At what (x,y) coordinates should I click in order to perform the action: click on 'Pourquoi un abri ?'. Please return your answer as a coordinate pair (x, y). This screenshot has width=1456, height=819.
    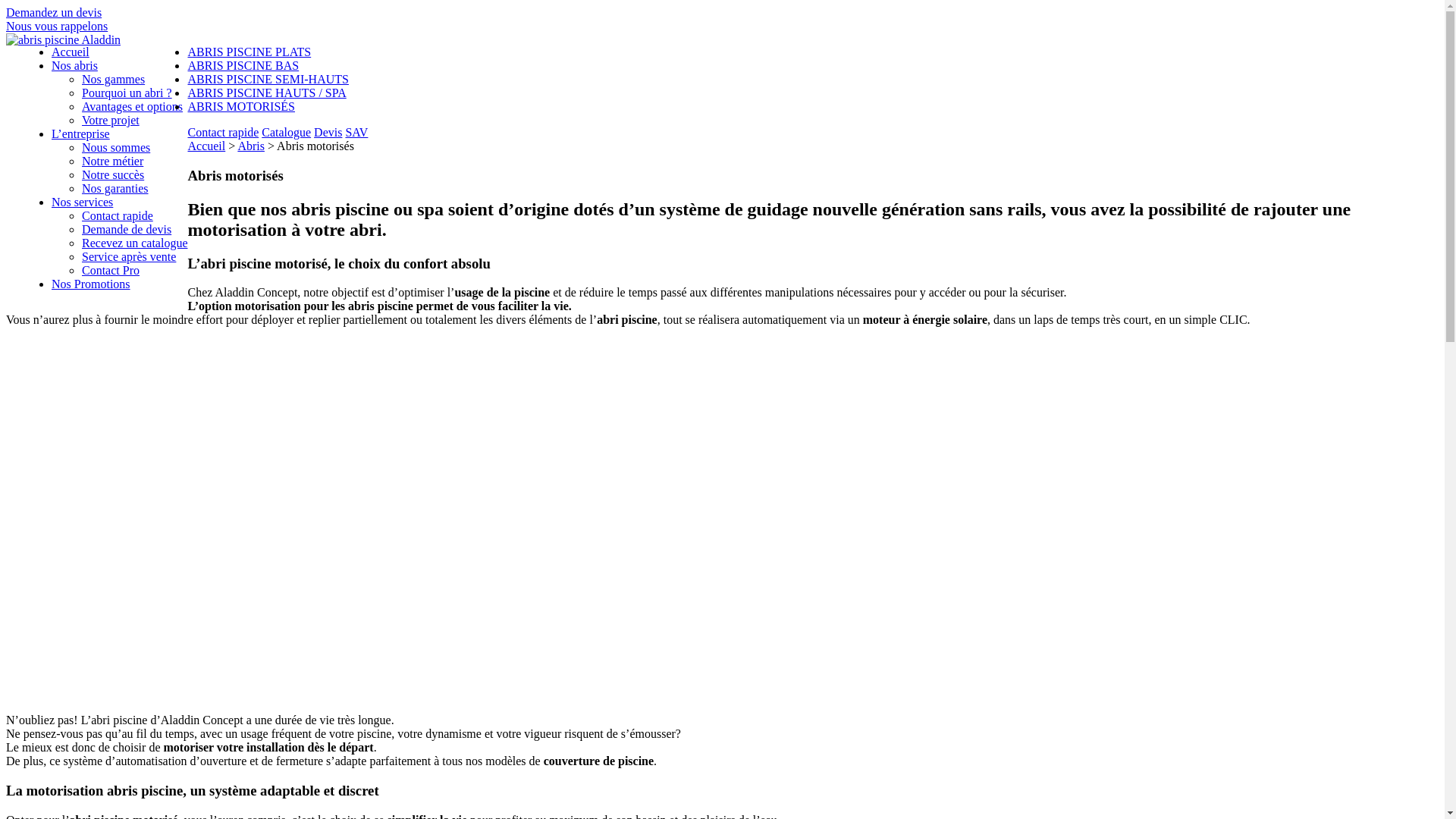
    Looking at the image, I should click on (127, 93).